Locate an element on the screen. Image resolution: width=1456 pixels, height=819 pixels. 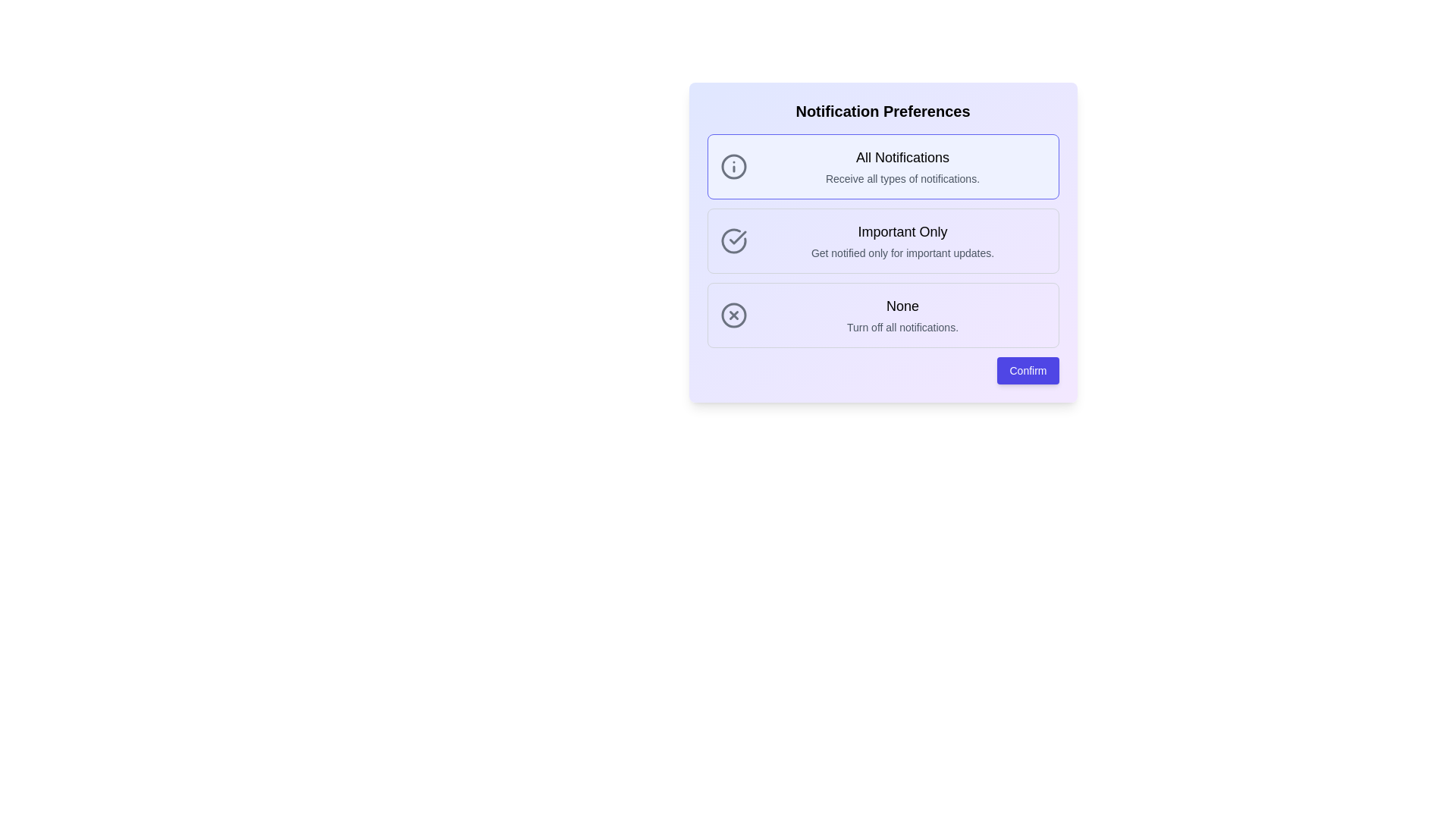
text of the Text Header that serves as the title for the notification preferences section, located at the top-center of the card is located at coordinates (883, 110).